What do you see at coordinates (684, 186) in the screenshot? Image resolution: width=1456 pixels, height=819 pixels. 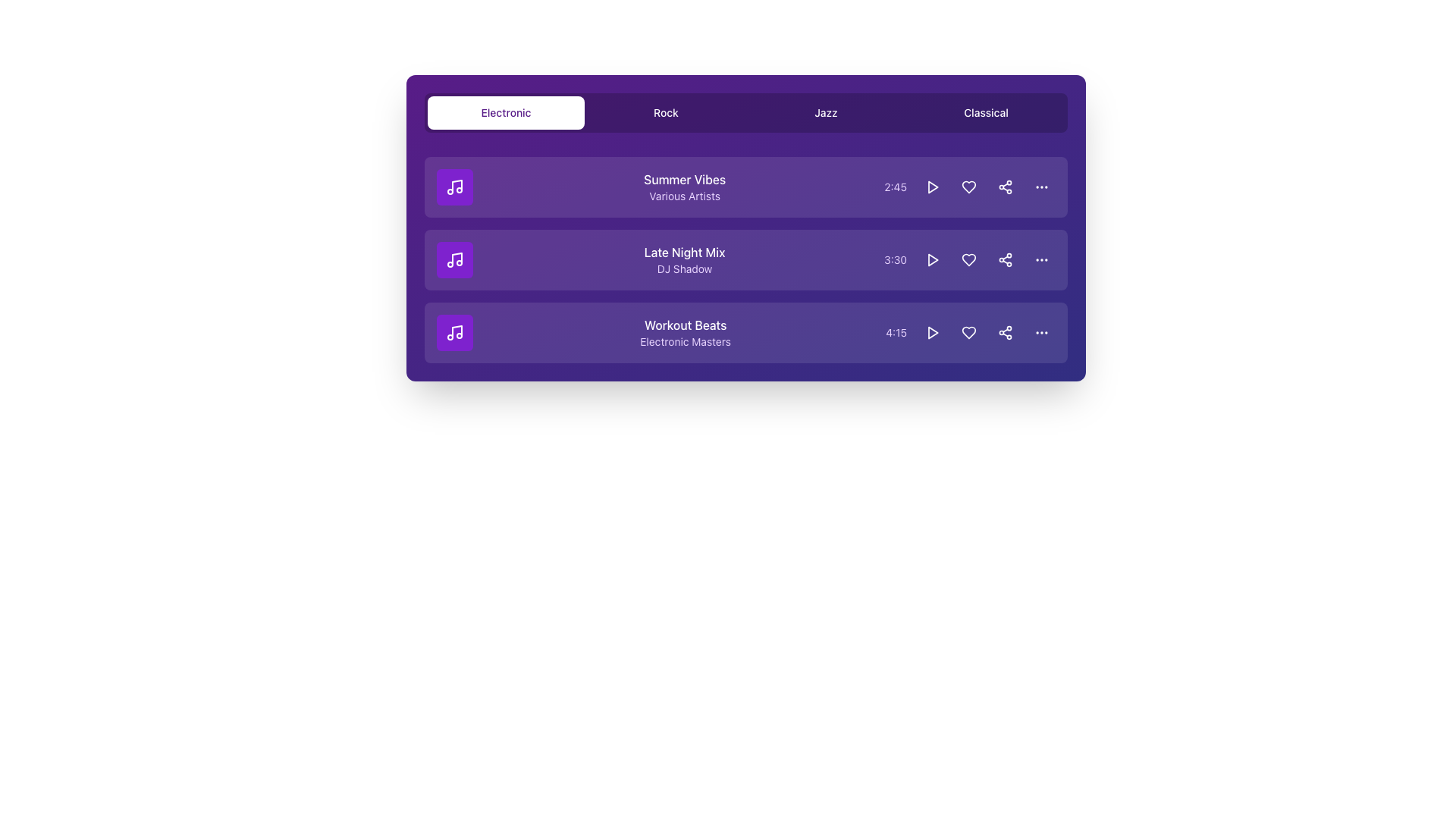 I see `the read-only text label component that displays the title and artist information for a music track in the first row of the playlist interface` at bounding box center [684, 186].